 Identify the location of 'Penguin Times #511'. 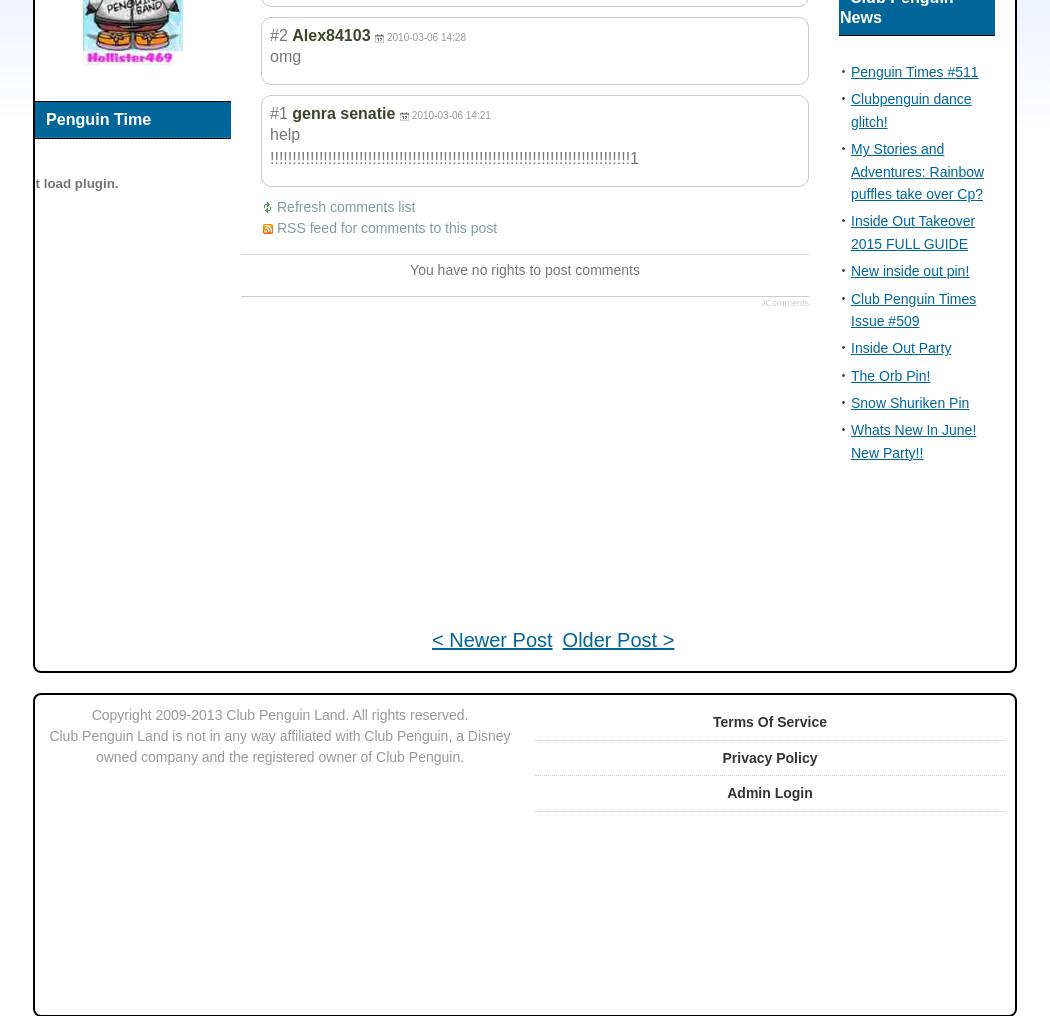
(914, 72).